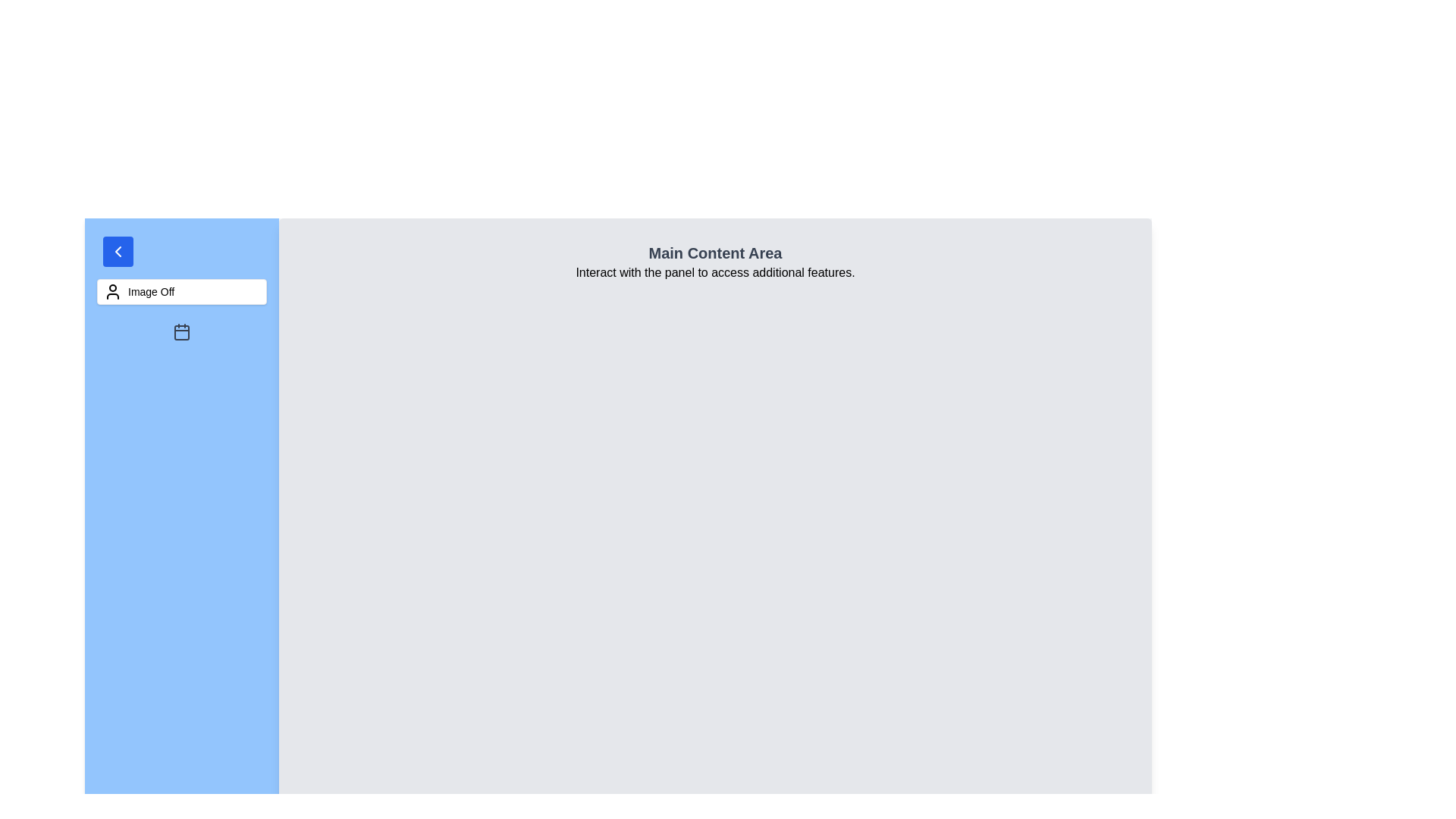 The height and width of the screenshot is (819, 1456). I want to click on the navigational button located near the top-left corner of the blue sidebar panel, so click(118, 250).